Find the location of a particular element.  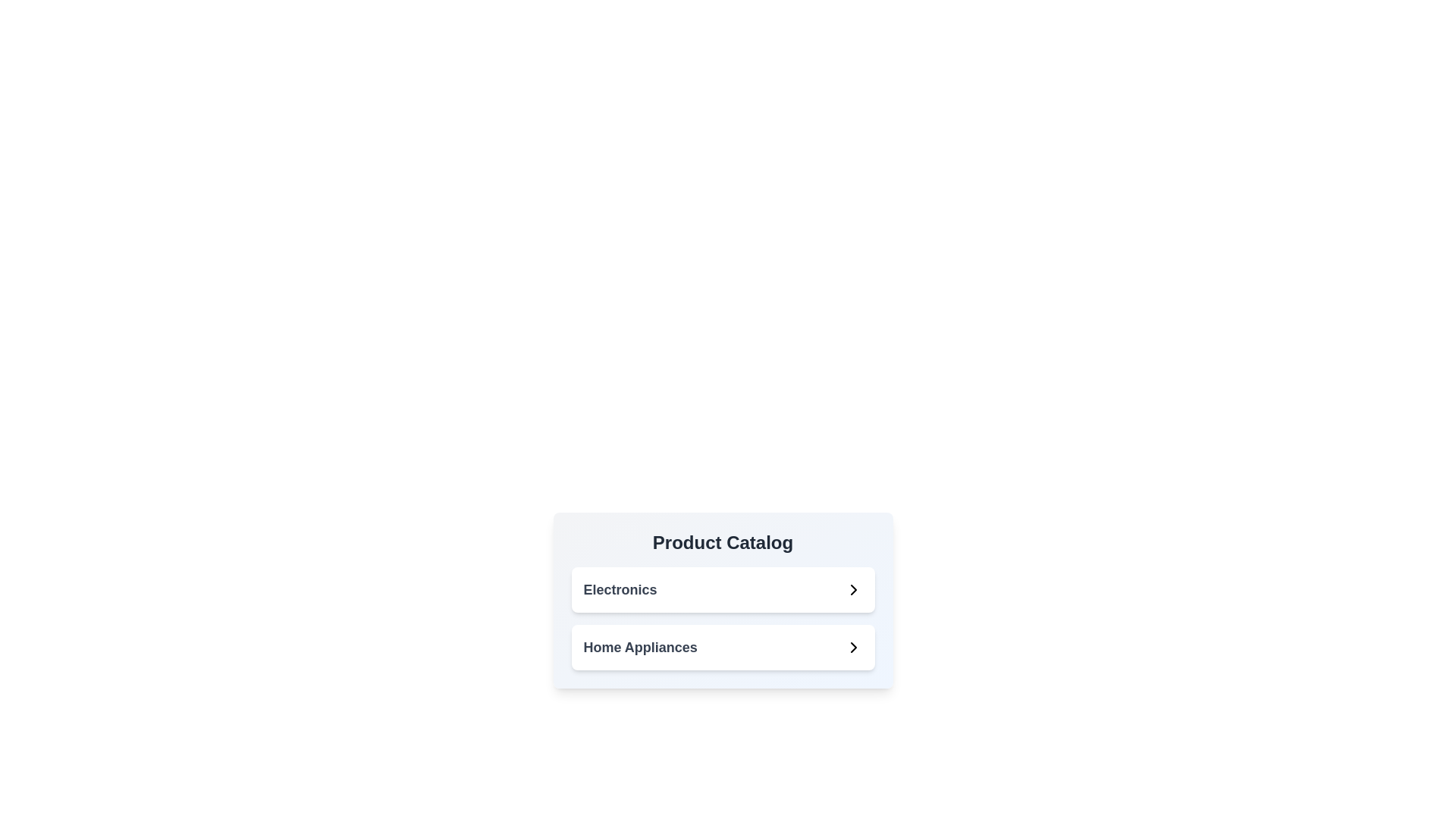

the chevron icon indicating navigation for 'Home Appliances' is located at coordinates (853, 647).